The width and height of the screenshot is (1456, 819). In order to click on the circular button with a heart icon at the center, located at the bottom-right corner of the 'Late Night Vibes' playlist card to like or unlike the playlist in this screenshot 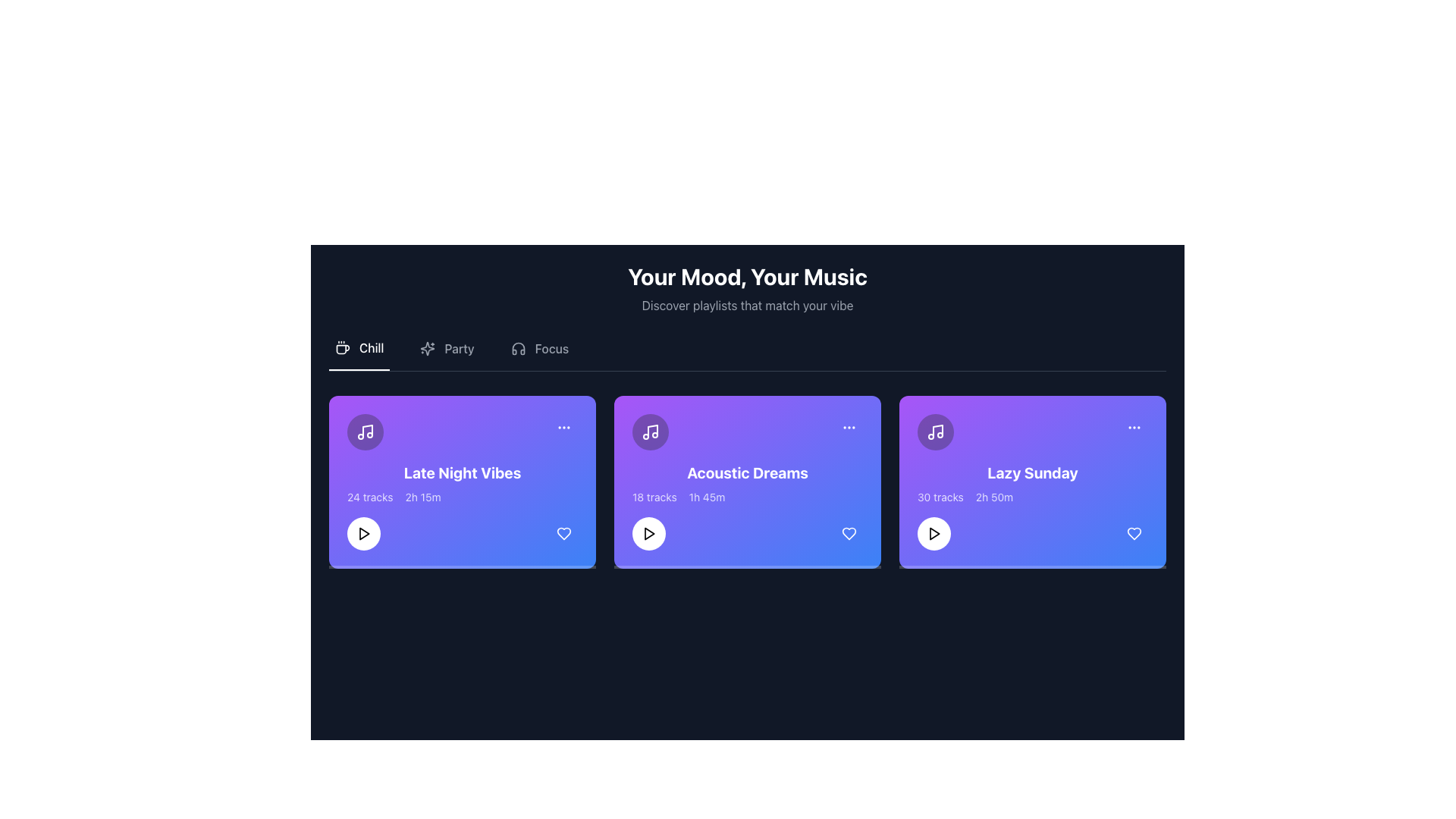, I will do `click(563, 533)`.